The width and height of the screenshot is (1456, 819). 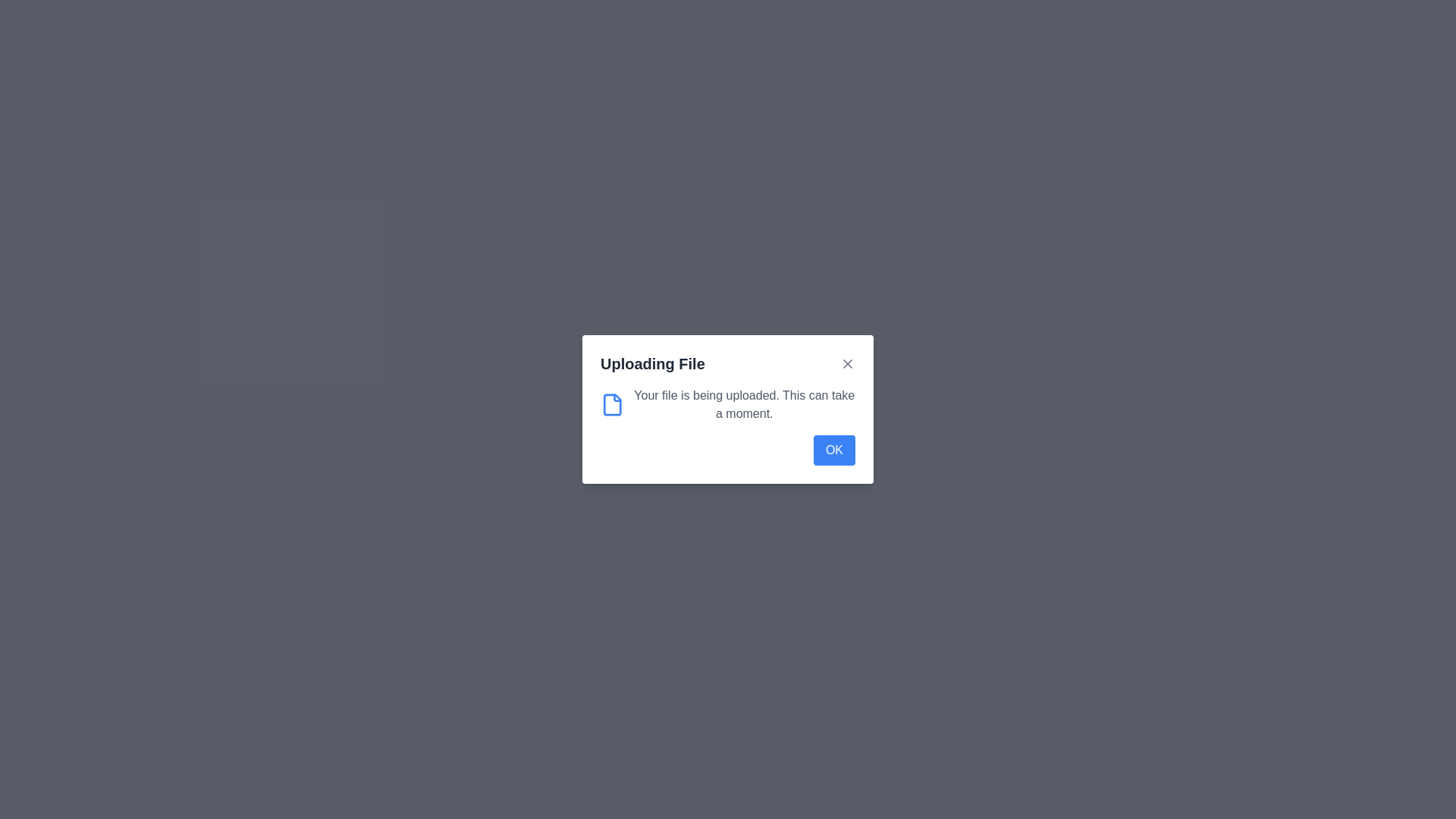 I want to click on the diagonal line segment of the 'X' icon located at the top-right corner of the modal dialogue, so click(x=847, y=363).